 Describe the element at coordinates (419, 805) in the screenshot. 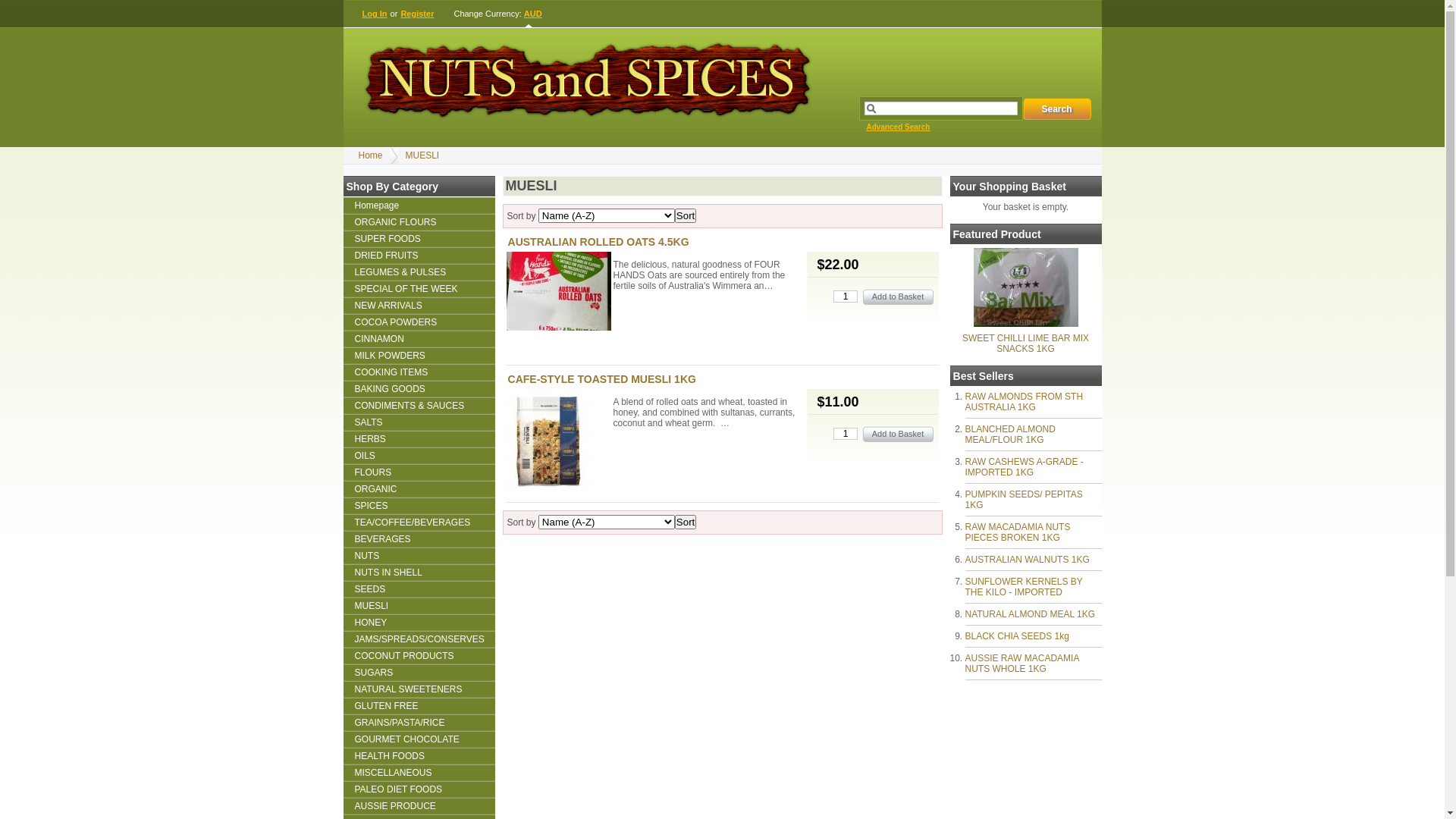

I see `'AUSSIE PRODUCE'` at that location.